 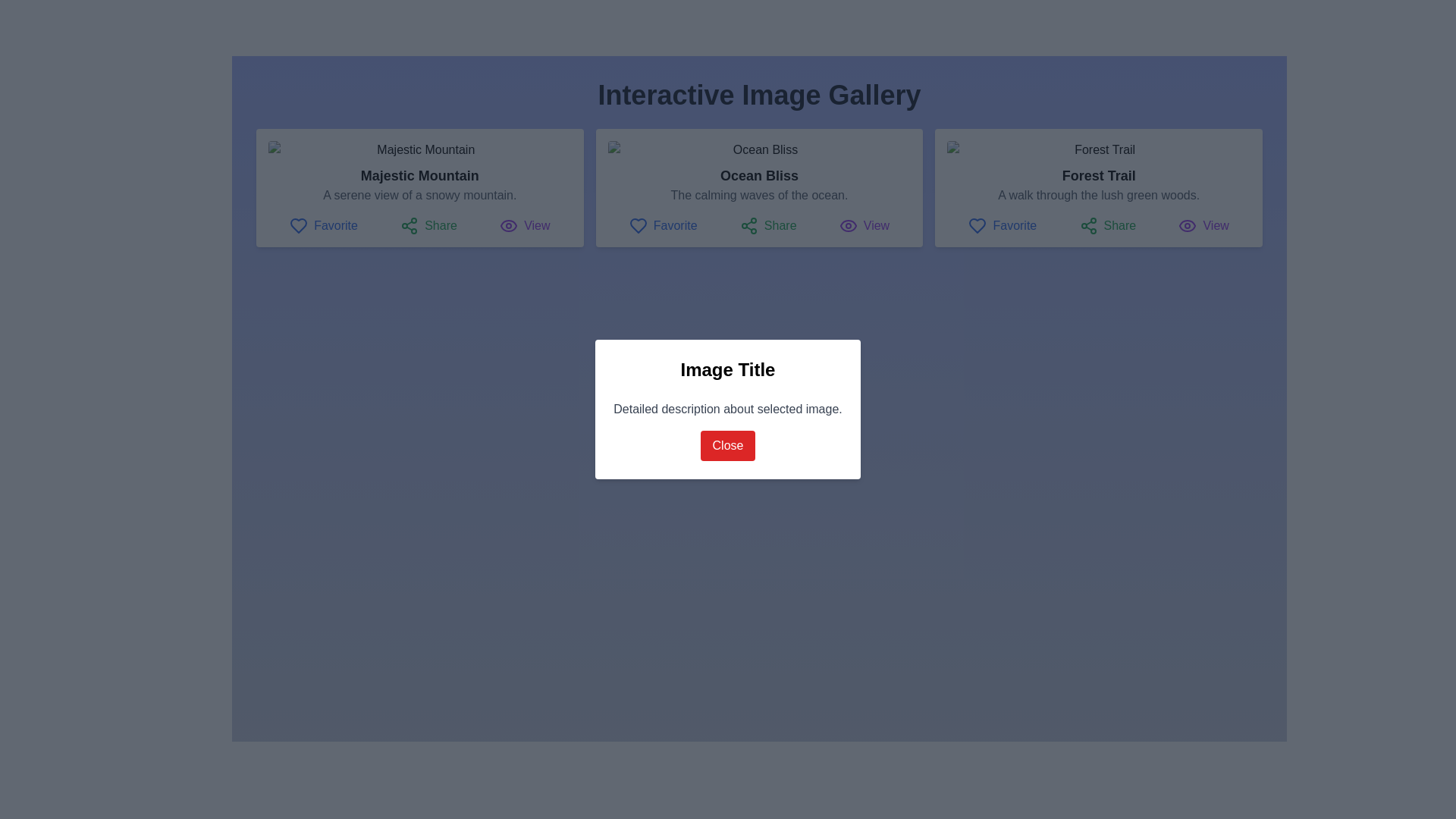 I want to click on the 'View' button, which consists of a small 'eye' icon followed by the text 'View' in purple color, located under the 'Majestic Mountain' card, so click(x=525, y=225).